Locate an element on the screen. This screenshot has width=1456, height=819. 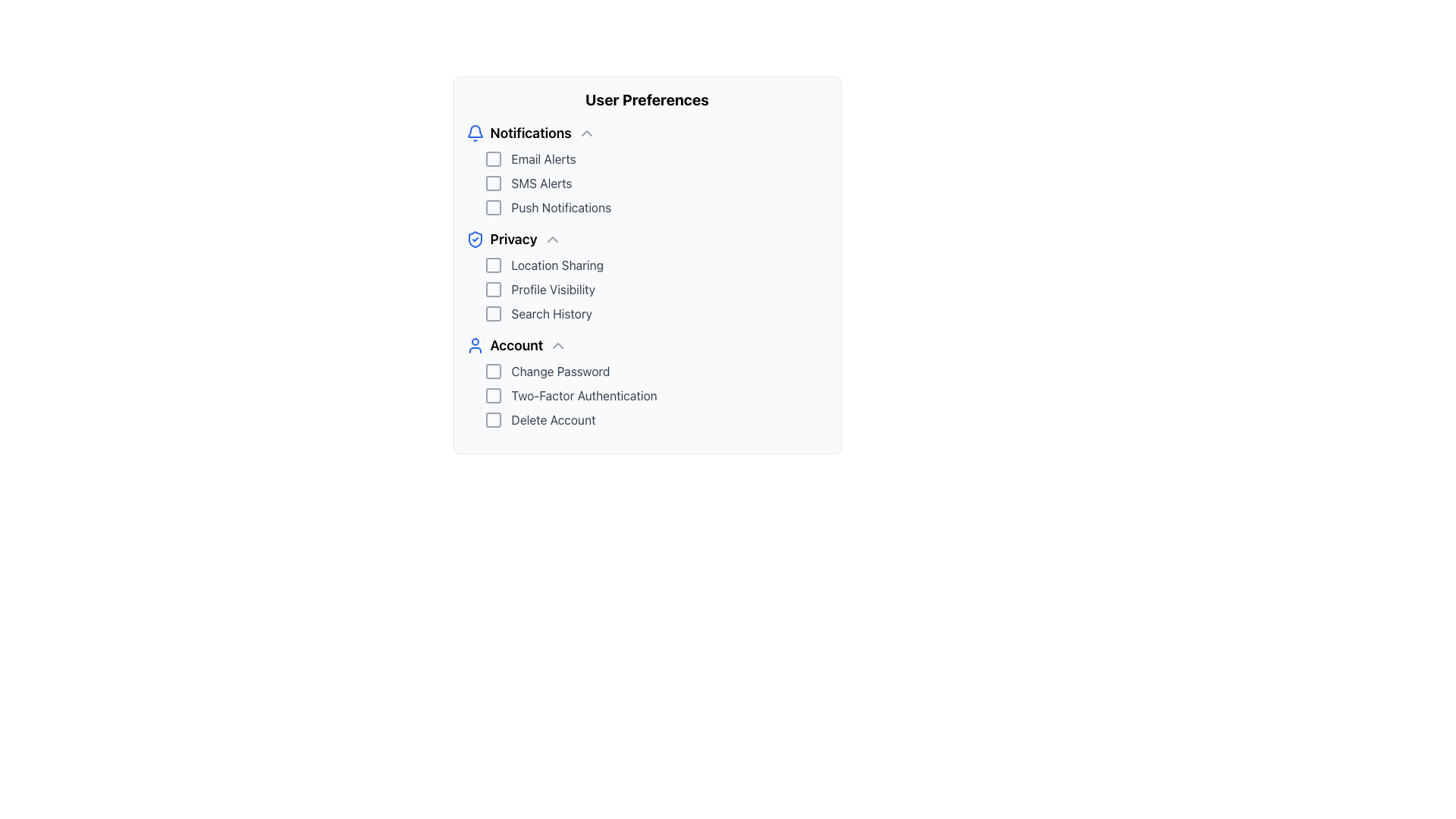
the Checkbox located in the 'Account' section of the user preferences UI is located at coordinates (493, 420).